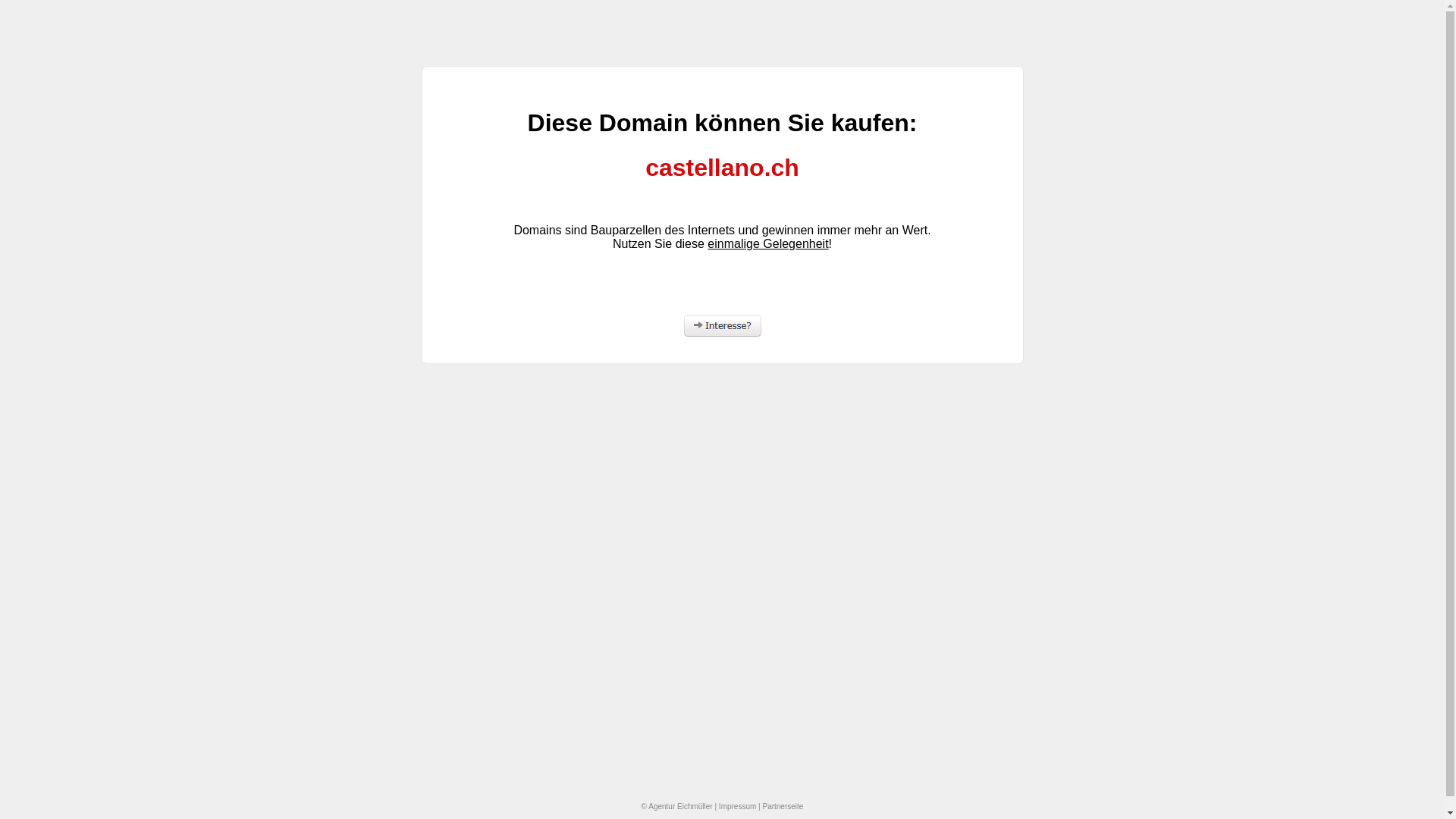  Describe the element at coordinates (783, 805) in the screenshot. I see `'Partnerseite'` at that location.